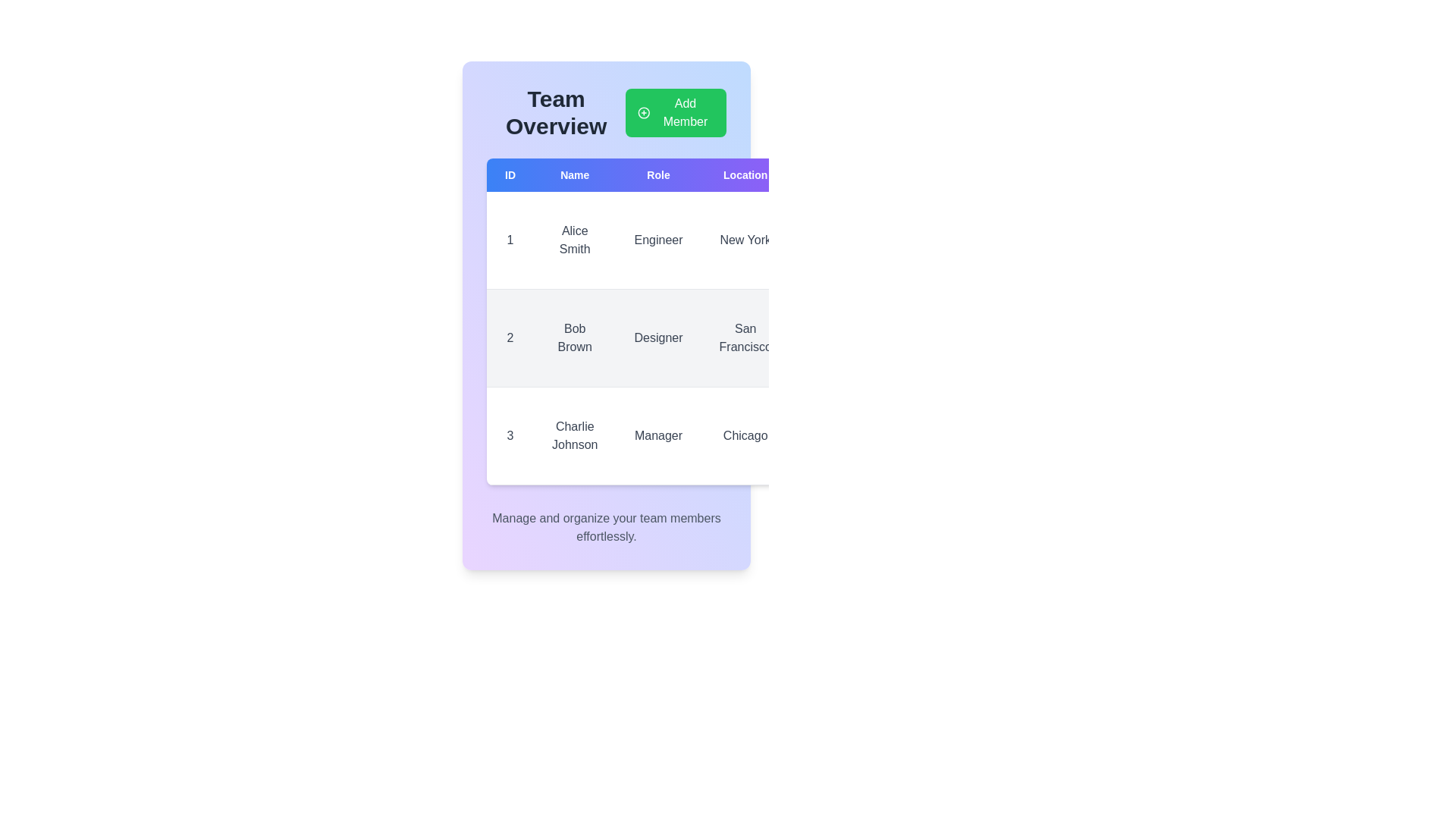 The width and height of the screenshot is (1456, 819). Describe the element at coordinates (510, 174) in the screenshot. I see `the 'ID' column represented` at that location.